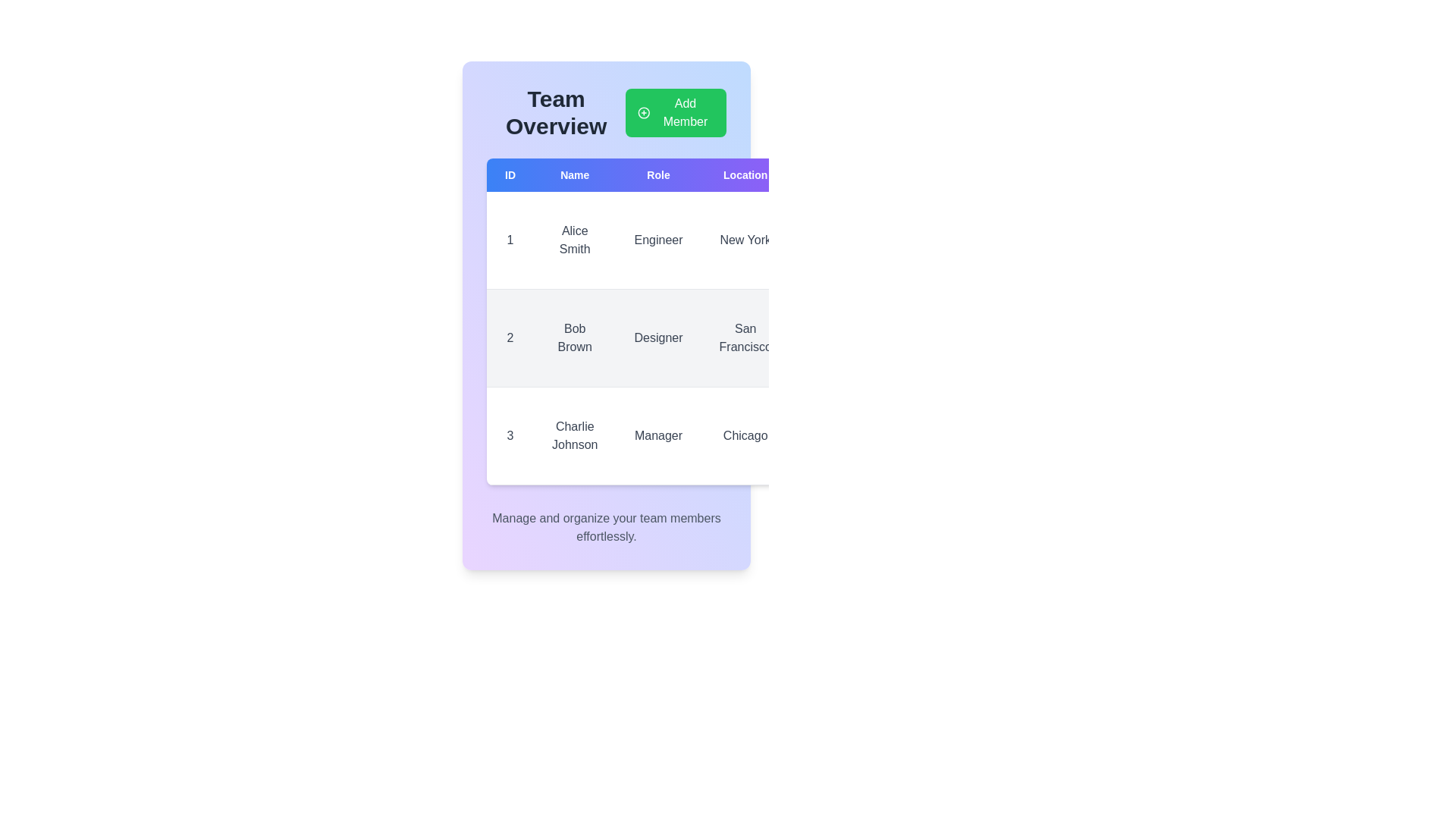 The width and height of the screenshot is (1456, 819). Describe the element at coordinates (510, 174) in the screenshot. I see `the 'ID' column represented` at that location.